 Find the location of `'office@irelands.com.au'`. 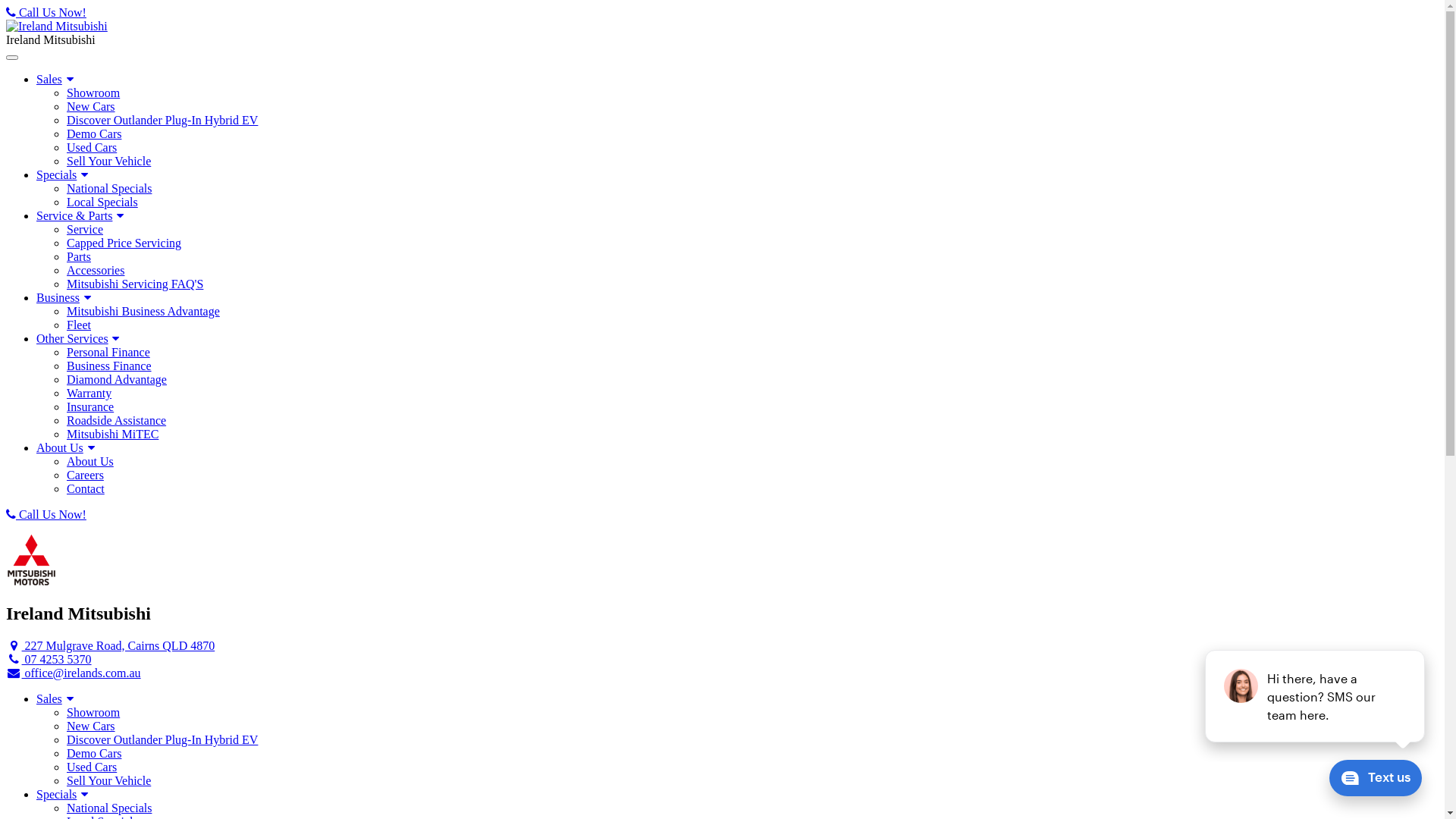

'office@irelands.com.au' is located at coordinates (6, 672).